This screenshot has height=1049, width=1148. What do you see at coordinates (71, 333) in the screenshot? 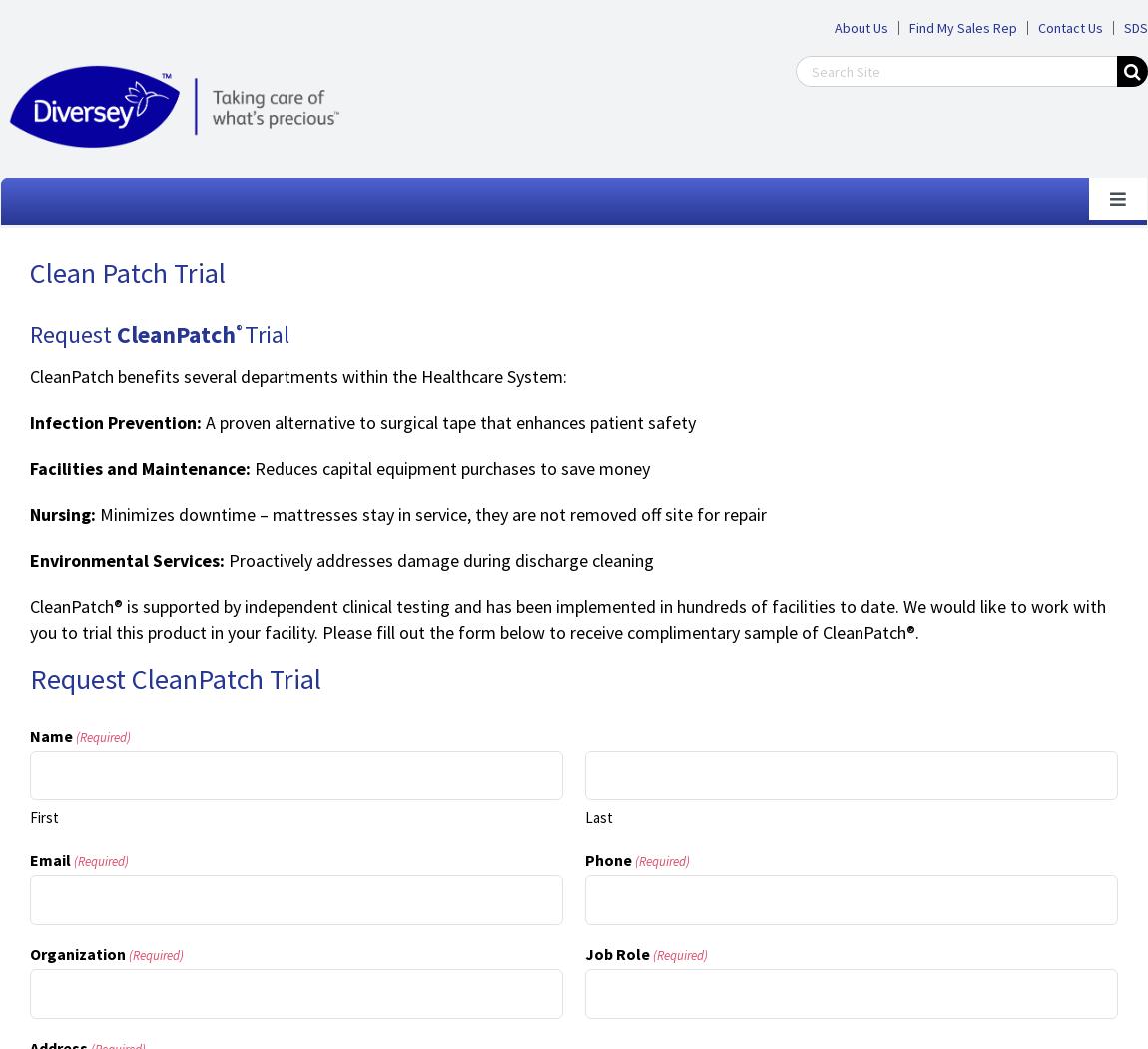
I see `'Request'` at bounding box center [71, 333].